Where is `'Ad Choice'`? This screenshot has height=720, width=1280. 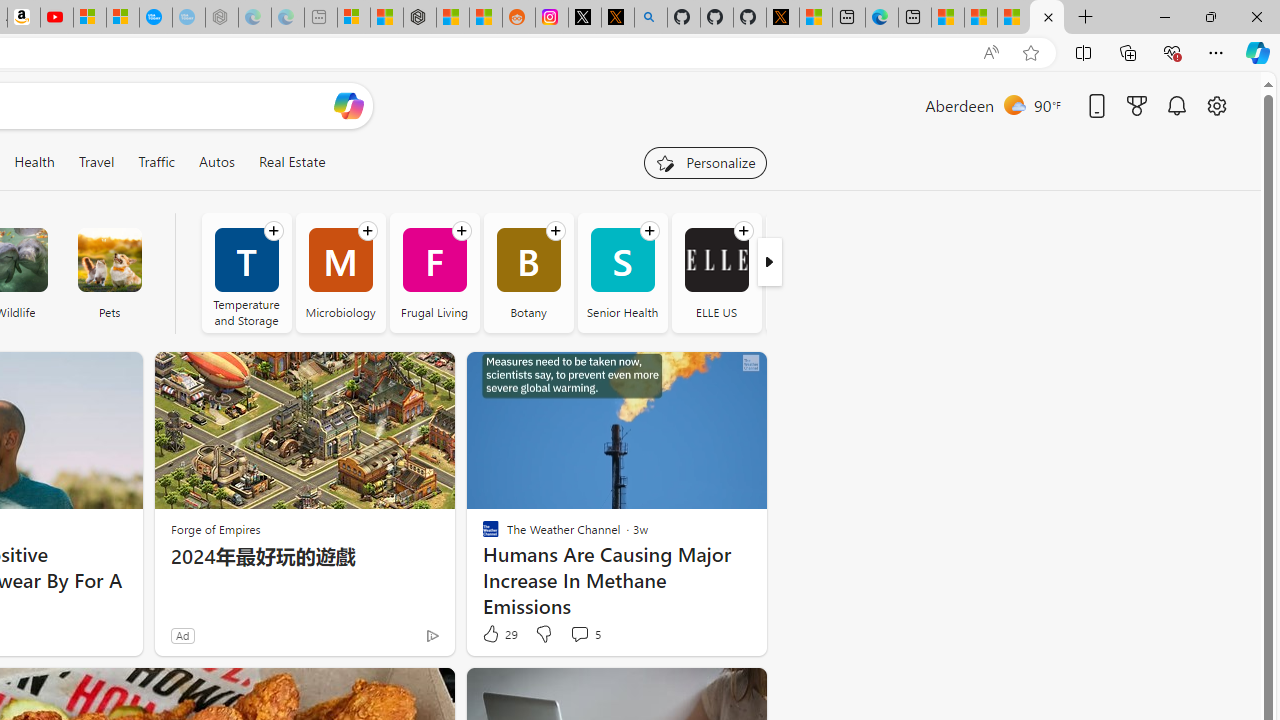 'Ad Choice' is located at coordinates (431, 635).